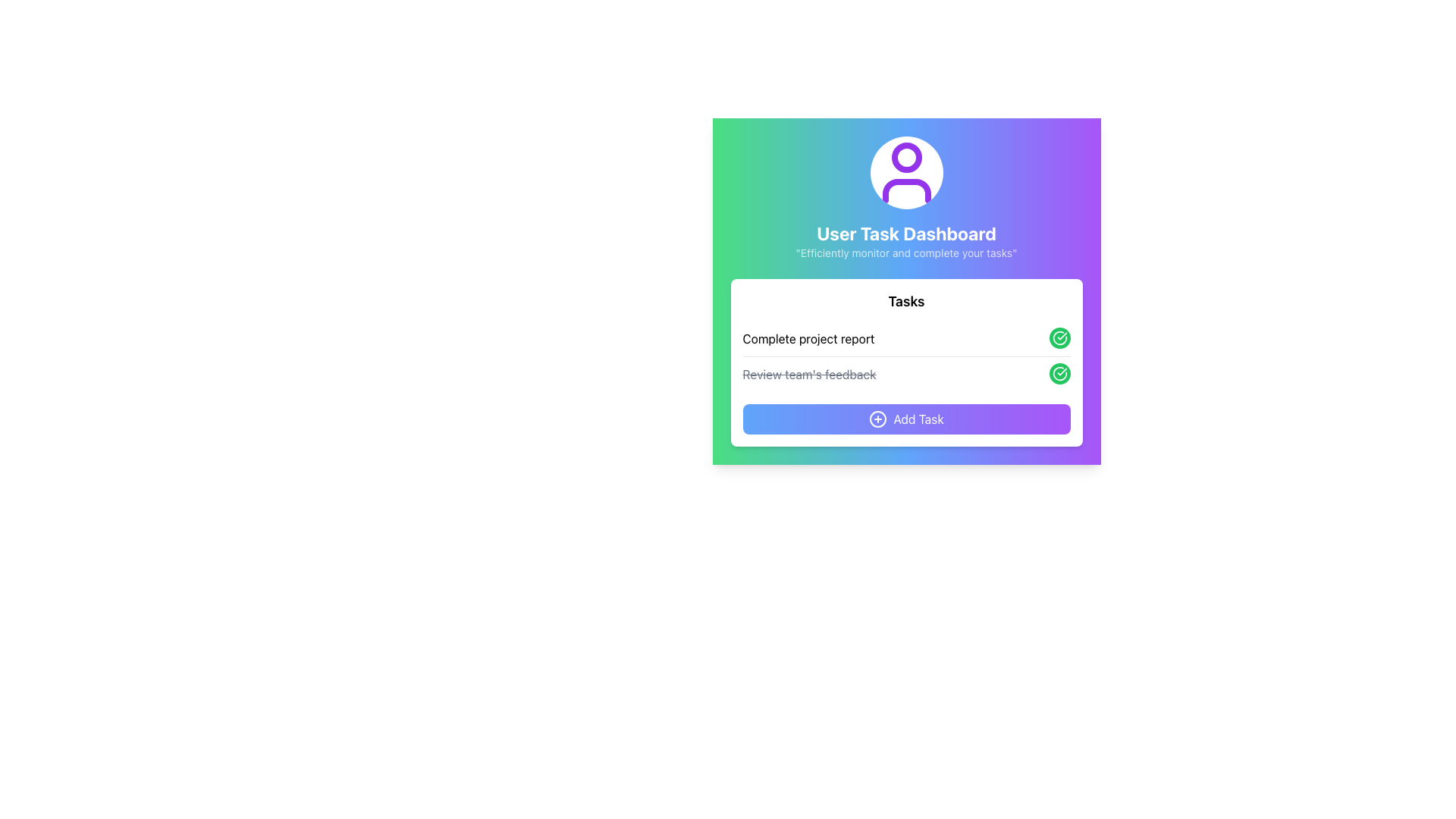 The width and height of the screenshot is (1456, 819). I want to click on the circular graphic inside the icon with a tick mark, indicating successful completion, located in the second task row's action button to the right side of the task list card, so click(1059, 337).